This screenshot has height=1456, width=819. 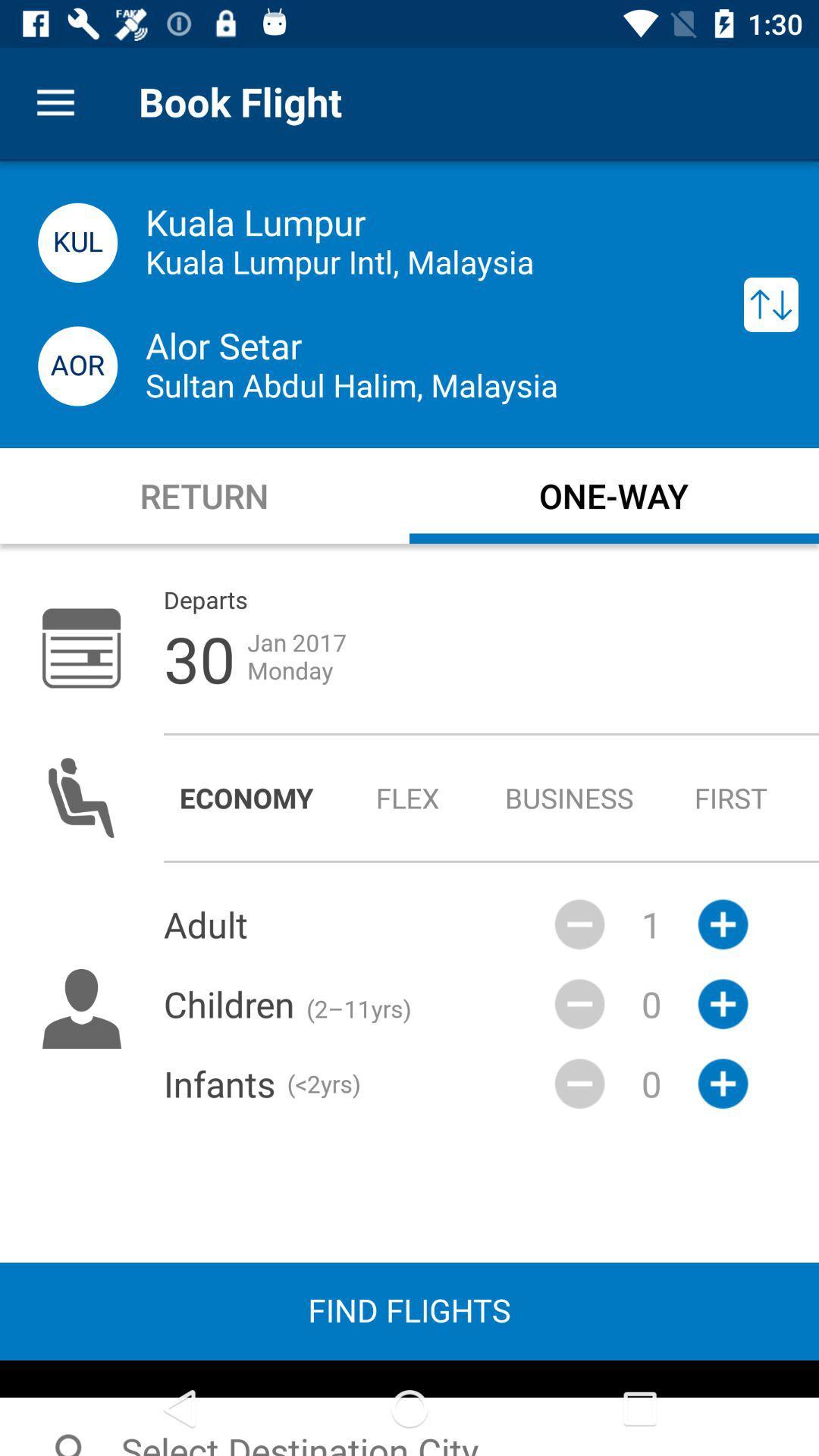 What do you see at coordinates (730, 797) in the screenshot?
I see `the first` at bounding box center [730, 797].